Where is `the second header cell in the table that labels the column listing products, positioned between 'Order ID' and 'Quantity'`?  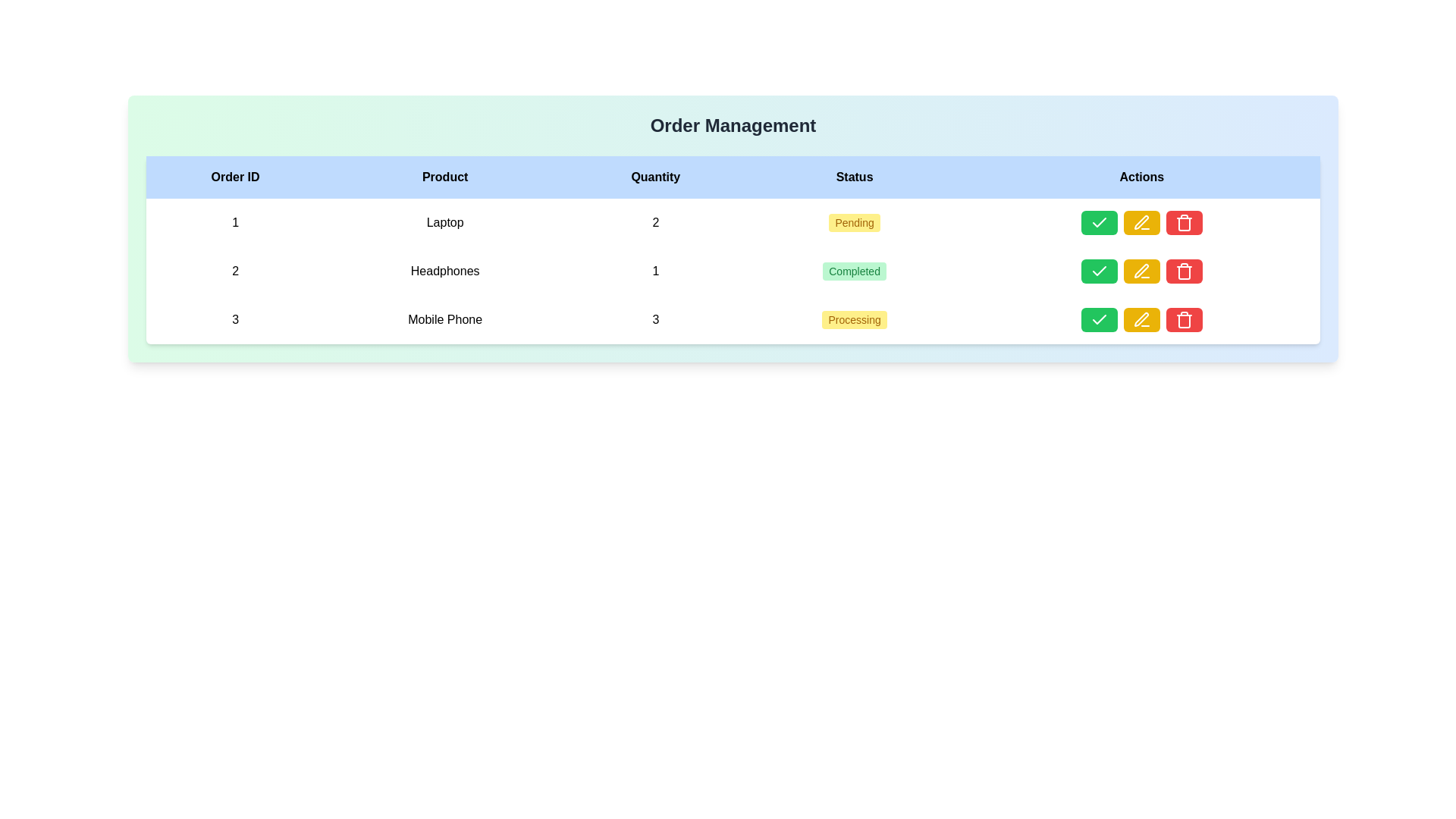
the second header cell in the table that labels the column listing products, positioned between 'Order ID' and 'Quantity' is located at coordinates (444, 177).